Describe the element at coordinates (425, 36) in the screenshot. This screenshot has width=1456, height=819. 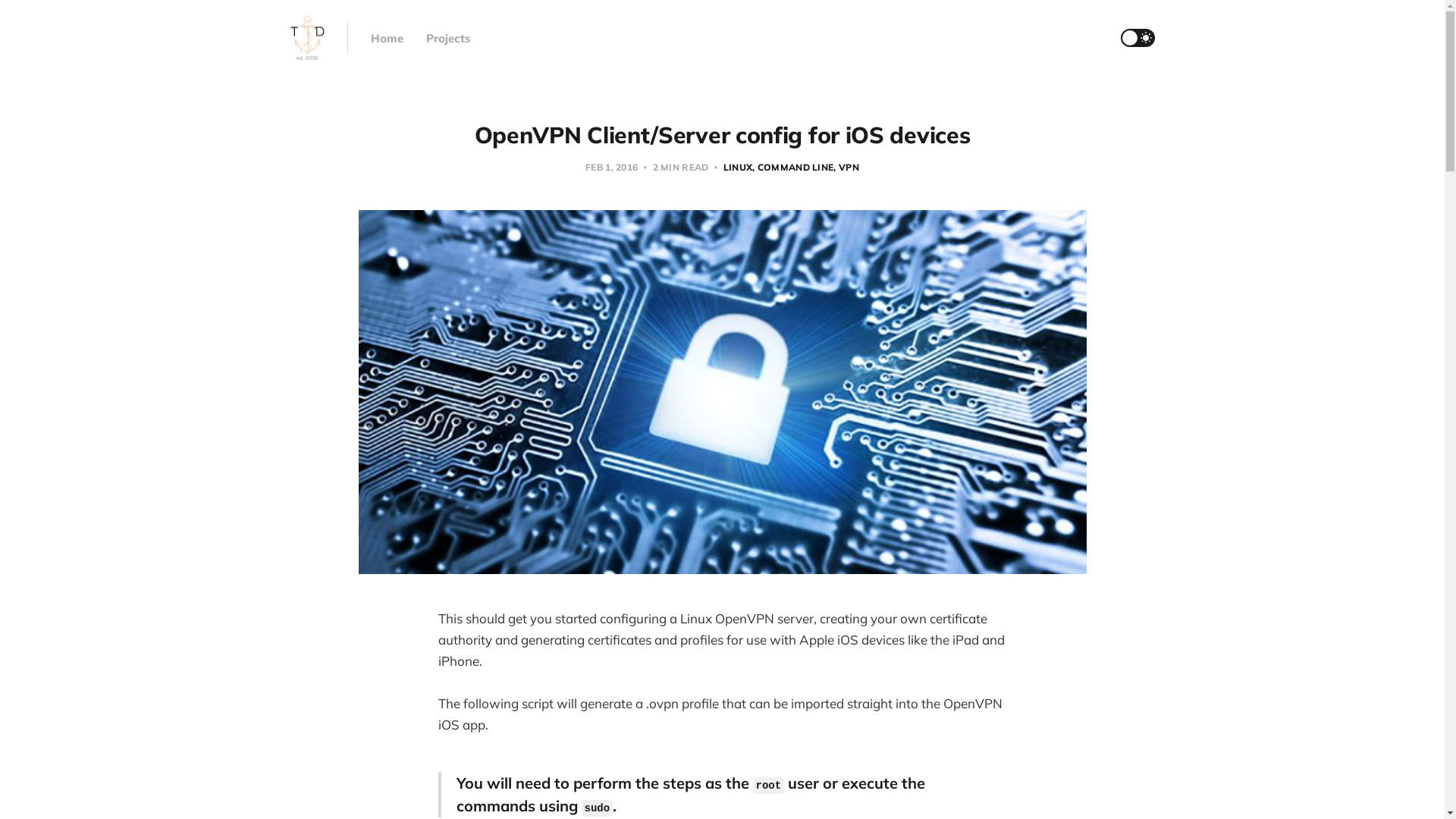
I see `'Projects'` at that location.